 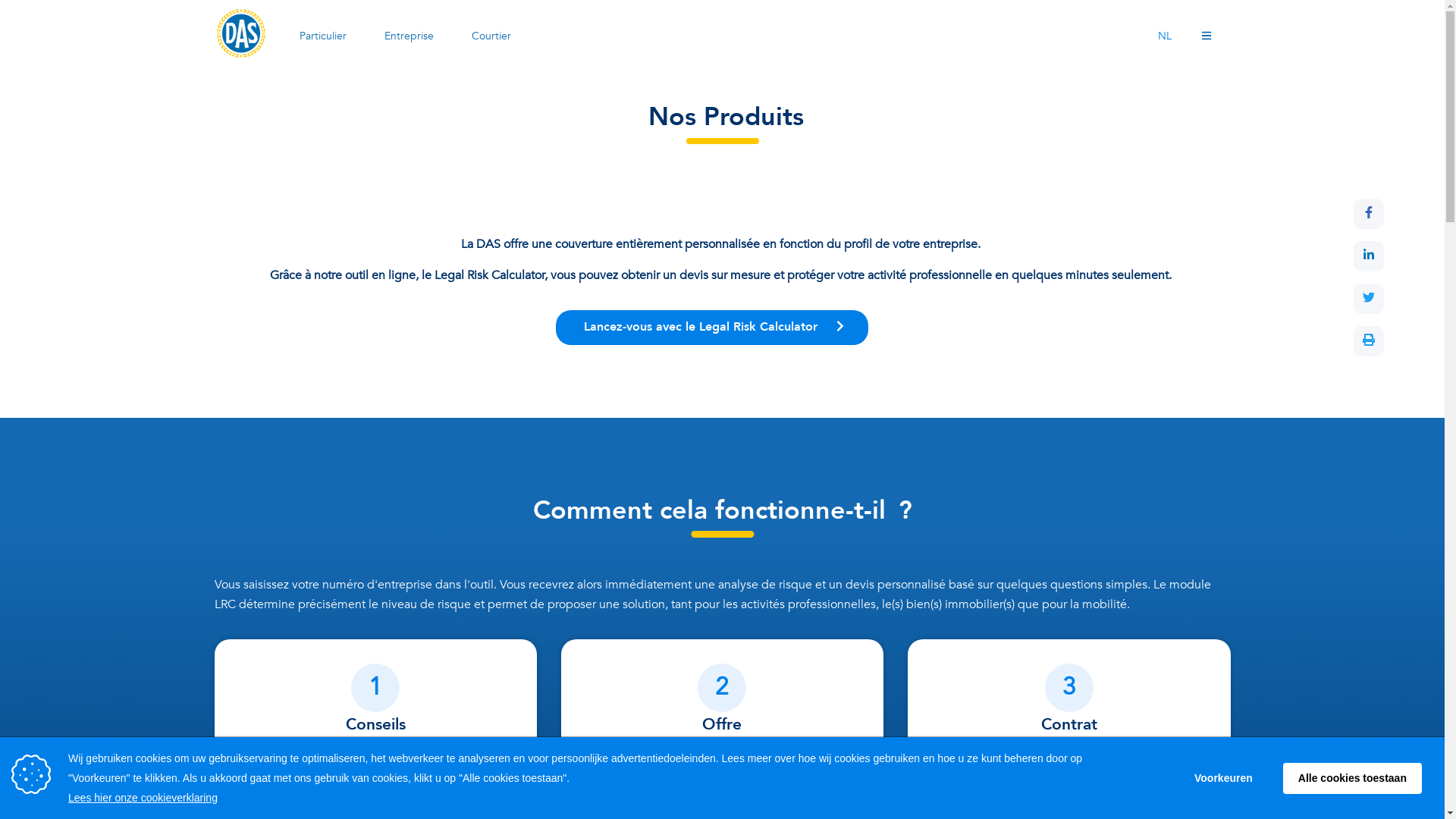 What do you see at coordinates (710, 327) in the screenshot?
I see `' Lancez-vous avec le Legal Risk Calculator '` at bounding box center [710, 327].